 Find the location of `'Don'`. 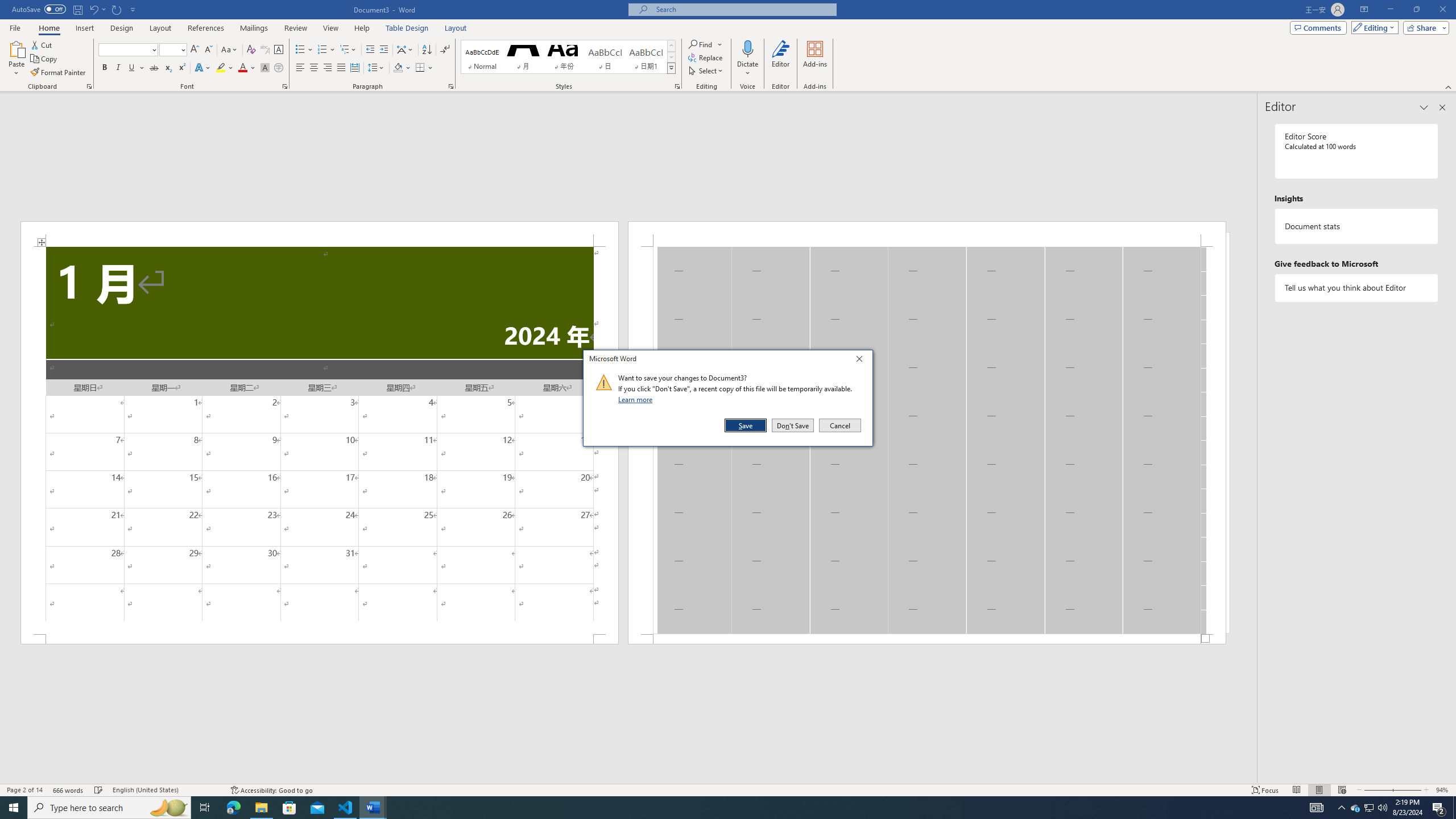

'Don' is located at coordinates (792, 425).